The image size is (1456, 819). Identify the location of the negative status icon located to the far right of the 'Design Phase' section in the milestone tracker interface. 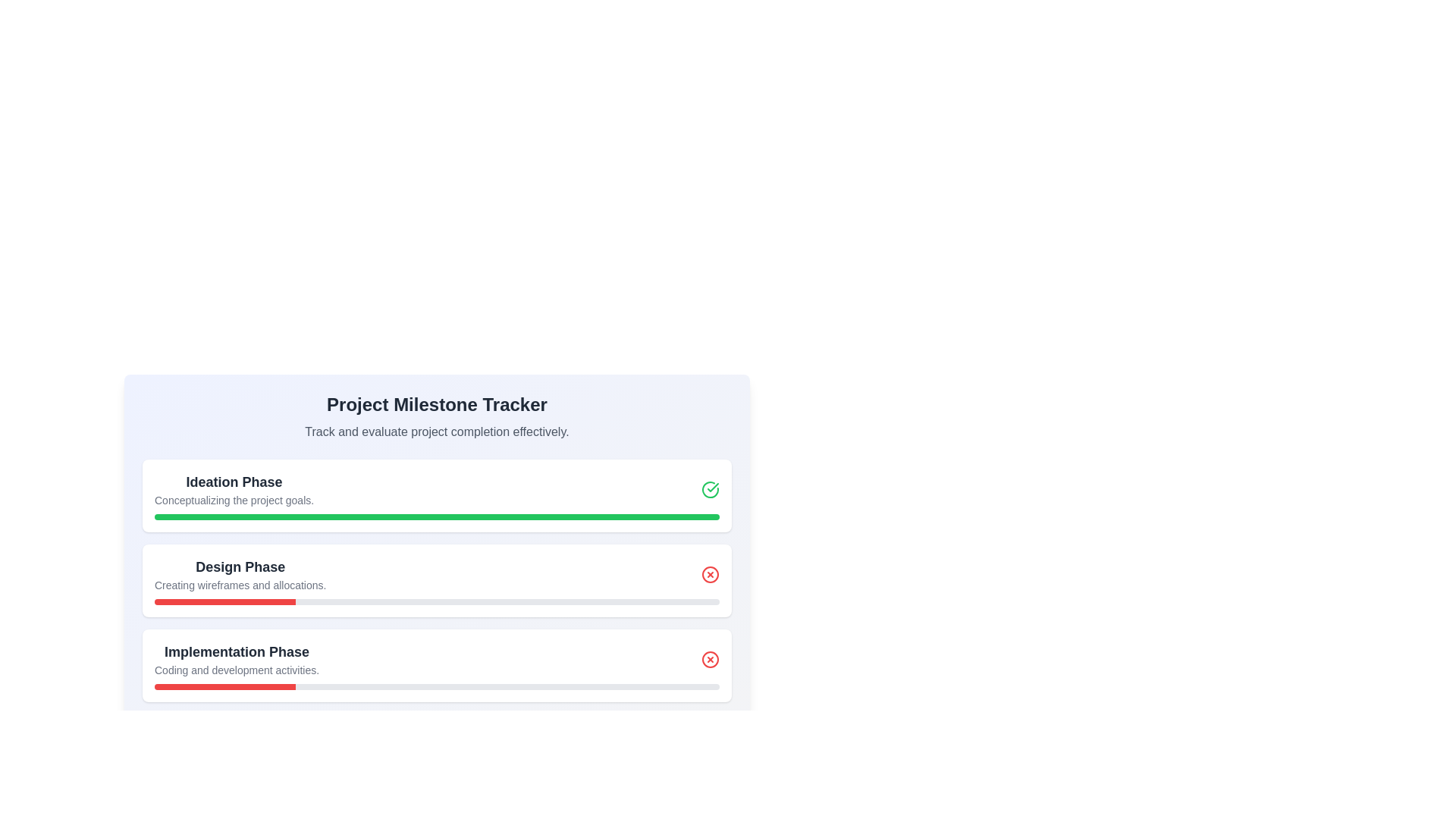
(709, 575).